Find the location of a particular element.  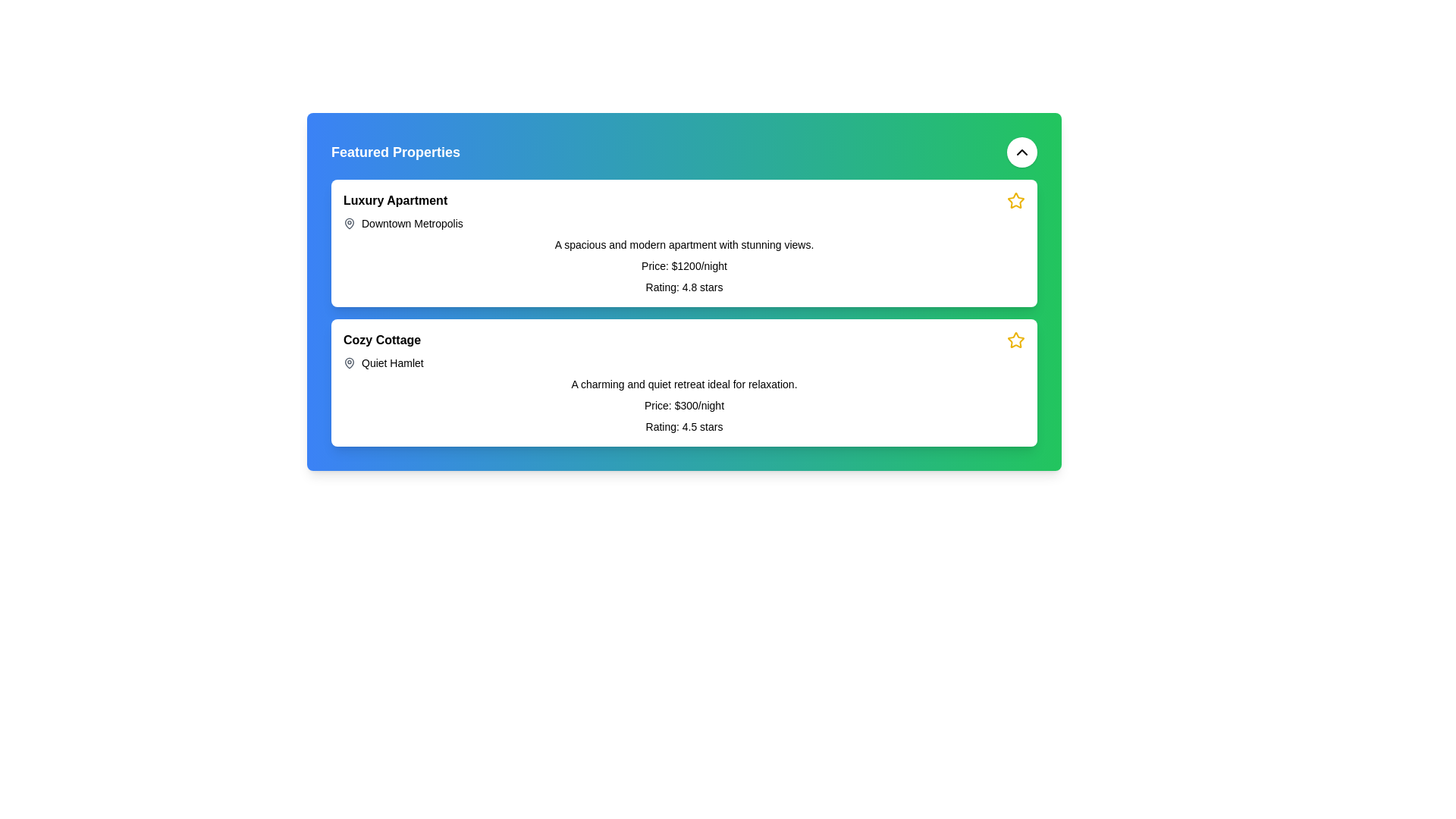

the Text label indicating the geographical or descriptive location associated with the 'Cozy Cottage' property, located under the 'Cozy Cottage' heading in the lower portion of the interface is located at coordinates (392, 362).